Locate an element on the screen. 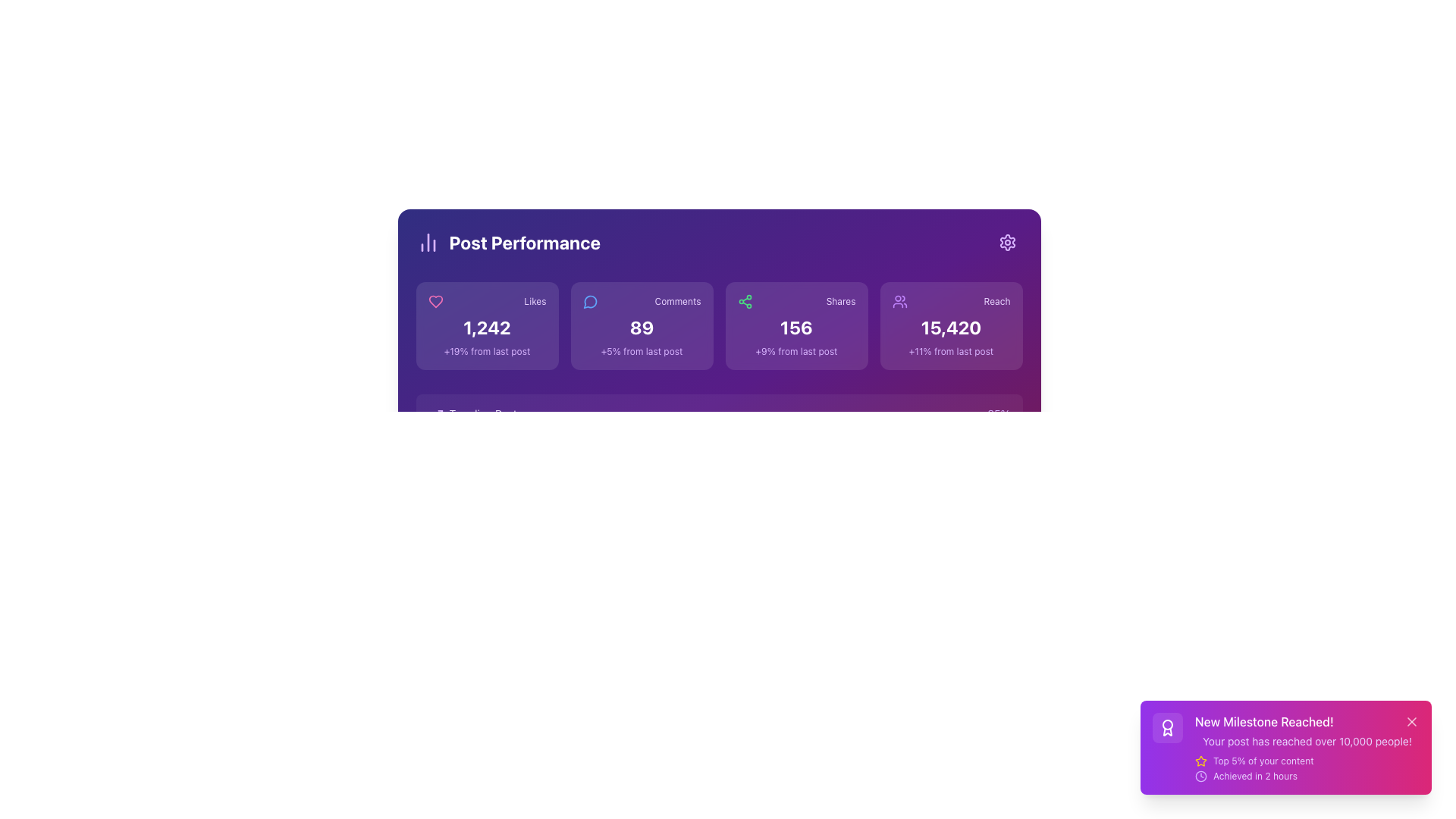  the 'Likes' text label, which is displayed in a small, capitalized font with a light purple hue, located in the 'Post Performance' section at the top-left corner of the statistics cards is located at coordinates (535, 301).